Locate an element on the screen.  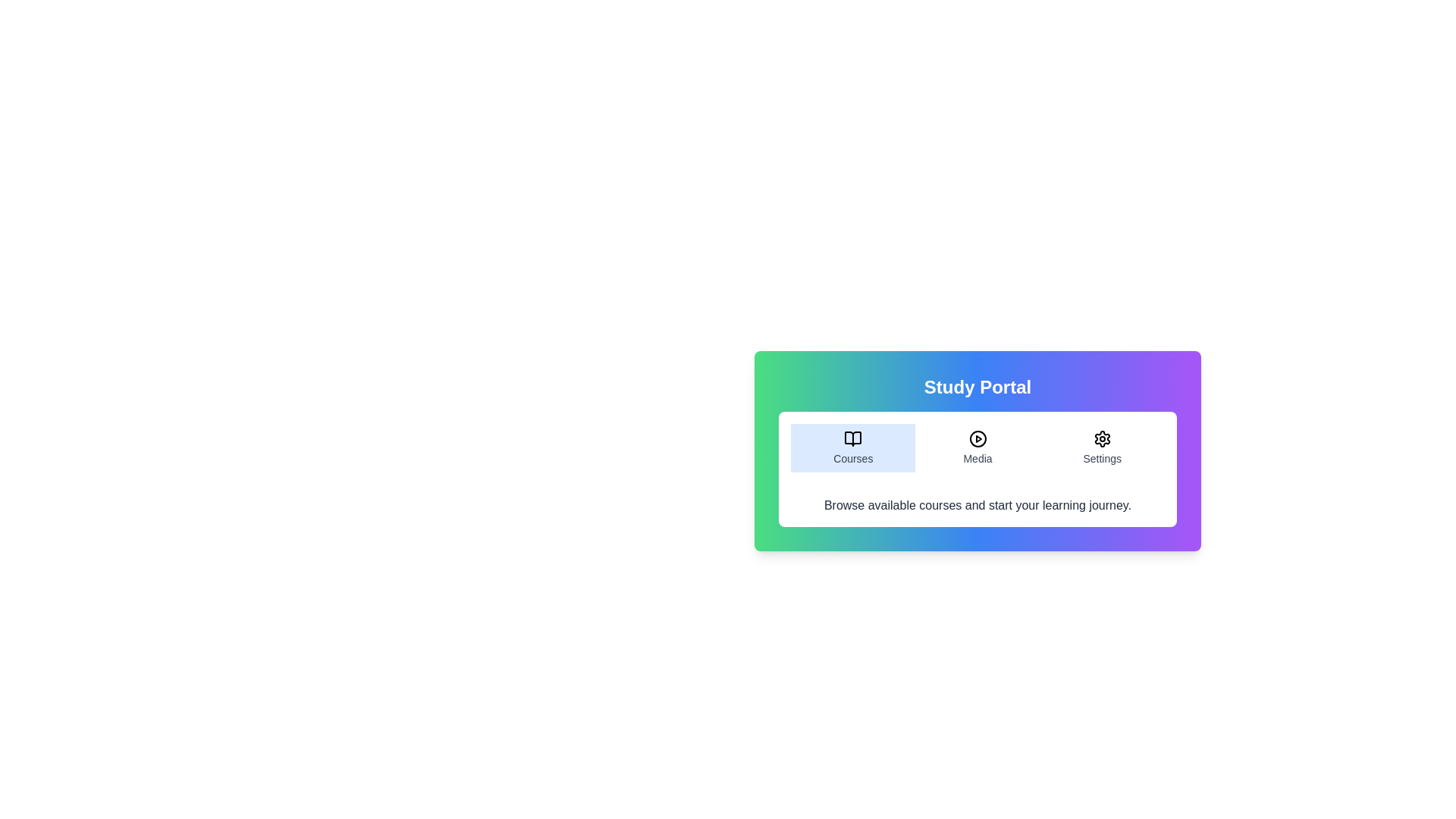
the Media tab to read its content is located at coordinates (977, 447).